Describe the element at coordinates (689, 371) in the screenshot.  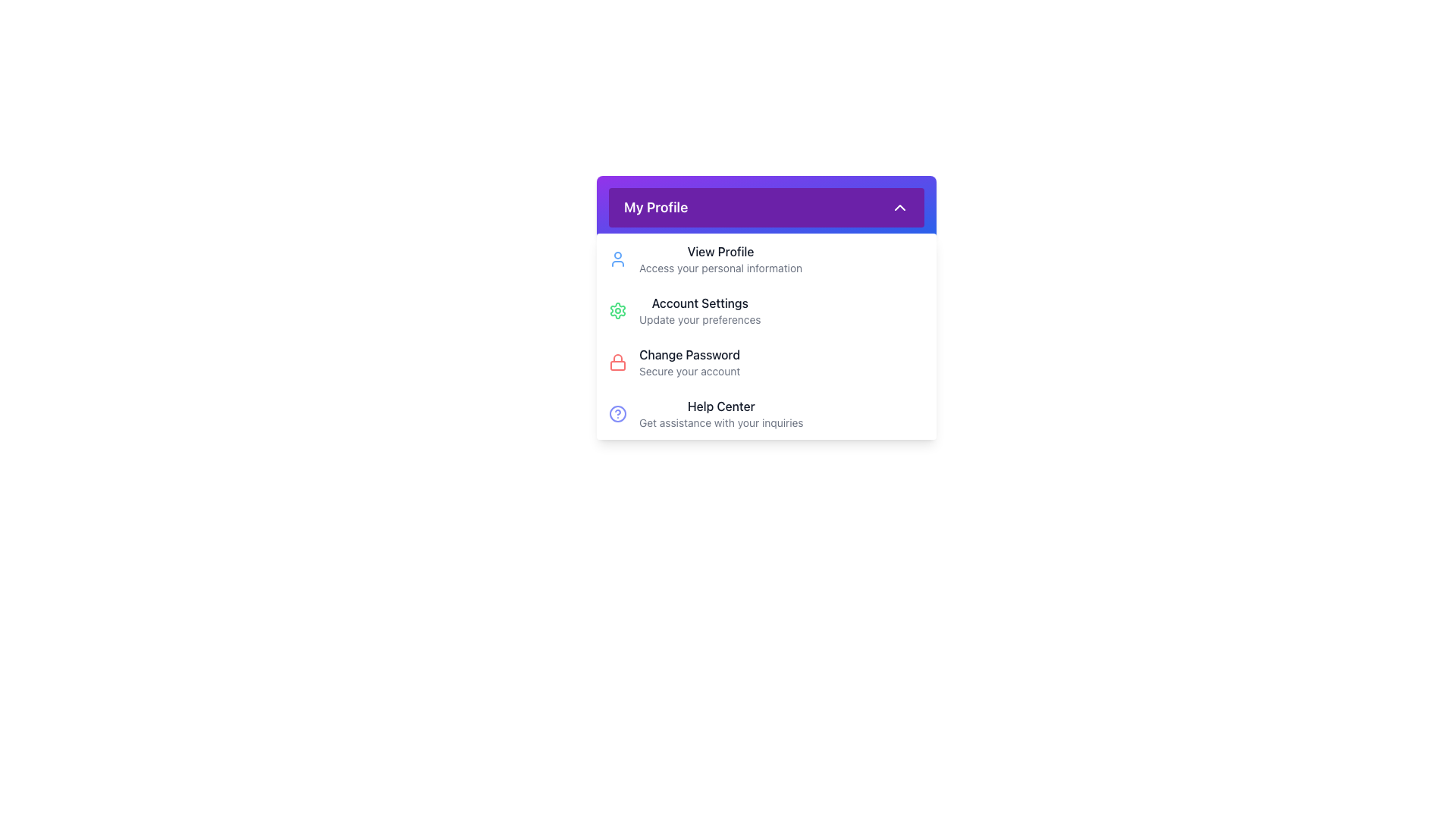
I see `descriptive text label located under the 'Change Password' section in the 'My Profile' area, which provides guidance for changing the password` at that location.